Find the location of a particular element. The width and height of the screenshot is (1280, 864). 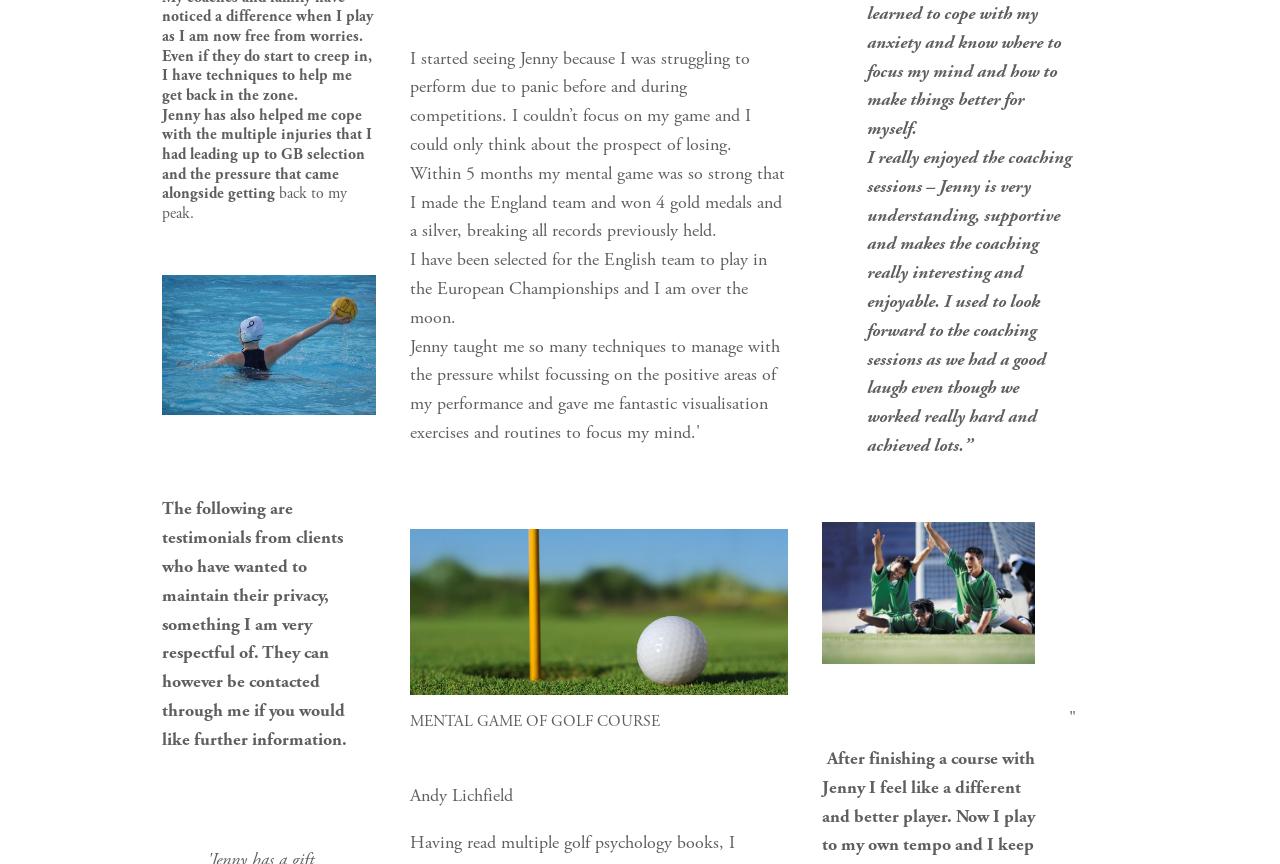

'The following are testimonials from clients who have wanted to maintain their privacy, something I am very respectful of. They can however be contacted through me if you would like further information.' is located at coordinates (254, 622).